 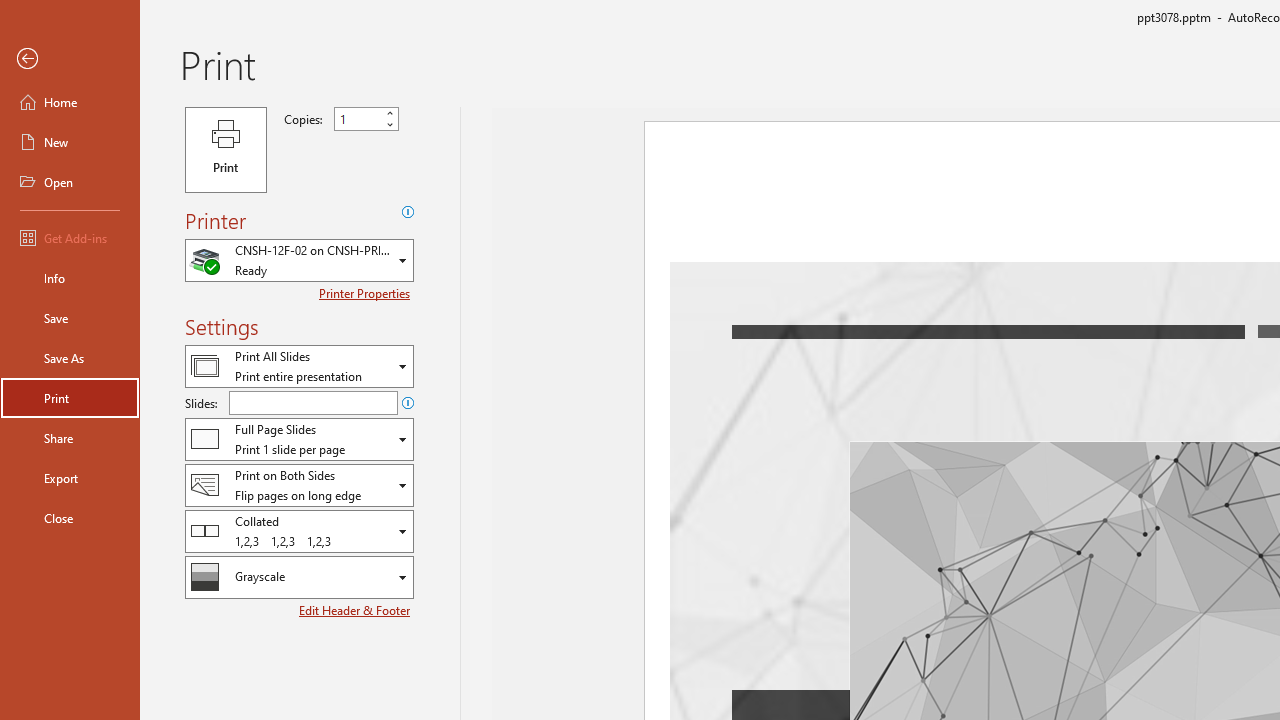 I want to click on 'Collation', so click(x=298, y=530).